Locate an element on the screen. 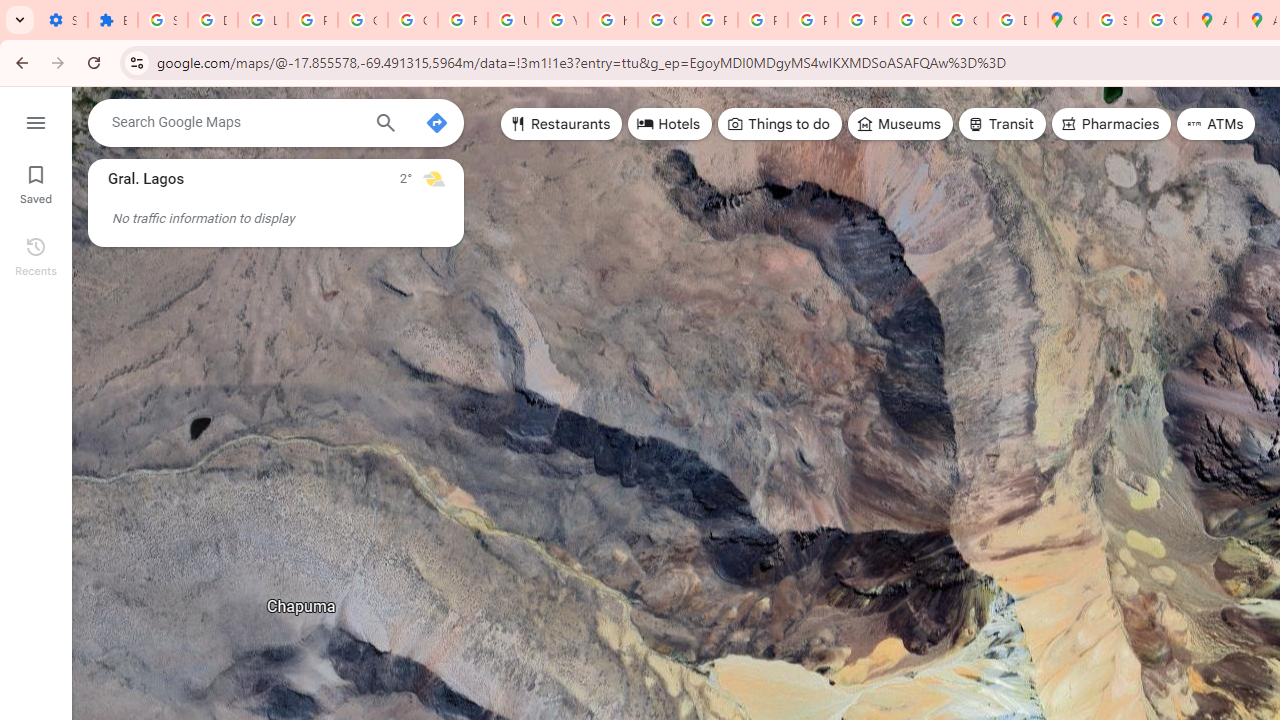 This screenshot has height=720, width=1280. 'Privacy Help Center - Policies Help' is located at coordinates (712, 20).